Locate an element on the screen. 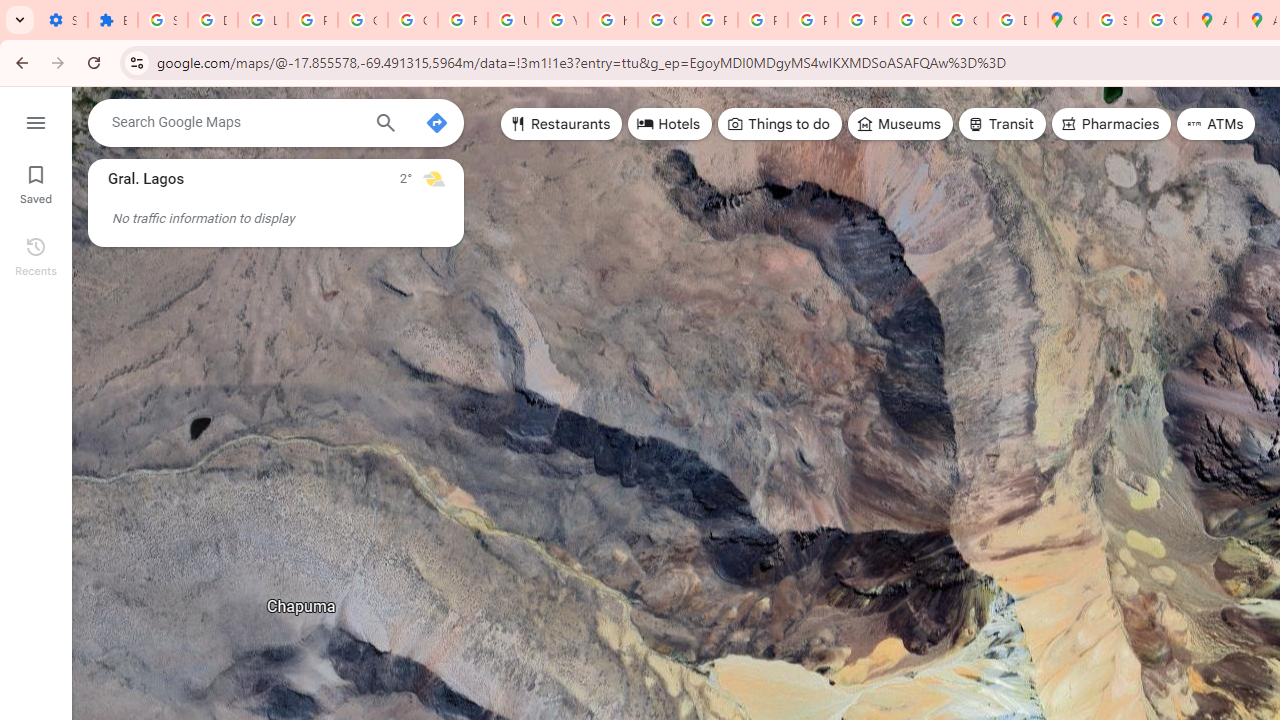 This screenshot has height=720, width=1280. 'Privacy Help Center - Policies Help' is located at coordinates (712, 20).